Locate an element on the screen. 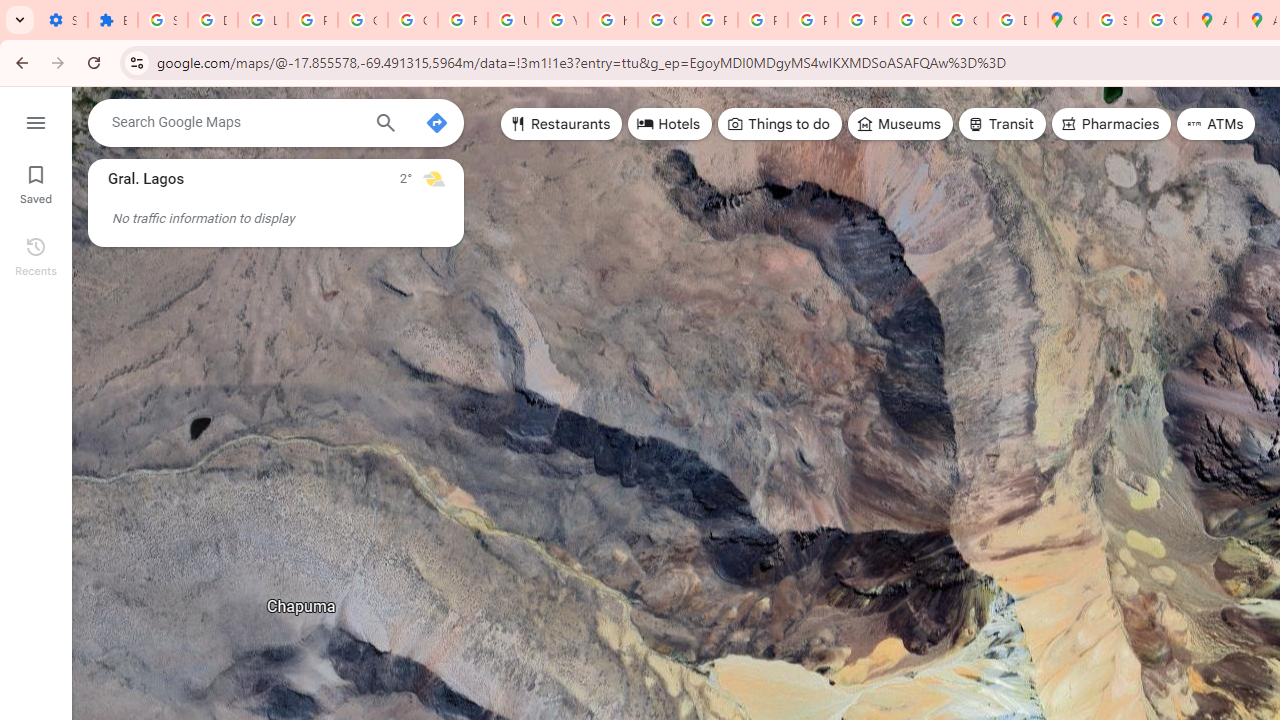 This screenshot has height=720, width=1280. 'Privacy Help Center - Policies Help' is located at coordinates (712, 20).